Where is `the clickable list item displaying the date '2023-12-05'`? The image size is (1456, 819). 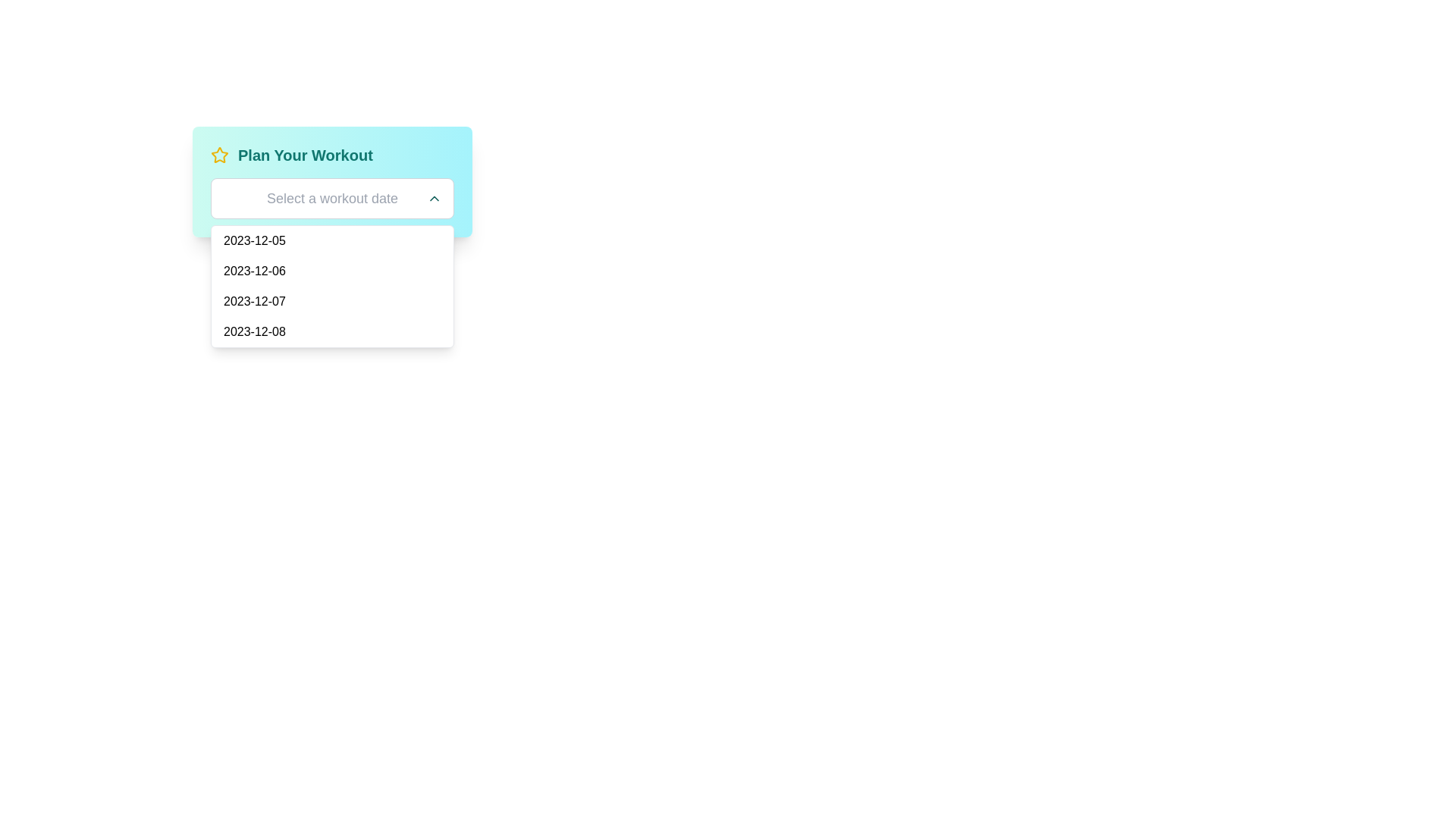 the clickable list item displaying the date '2023-12-05' is located at coordinates (331, 240).